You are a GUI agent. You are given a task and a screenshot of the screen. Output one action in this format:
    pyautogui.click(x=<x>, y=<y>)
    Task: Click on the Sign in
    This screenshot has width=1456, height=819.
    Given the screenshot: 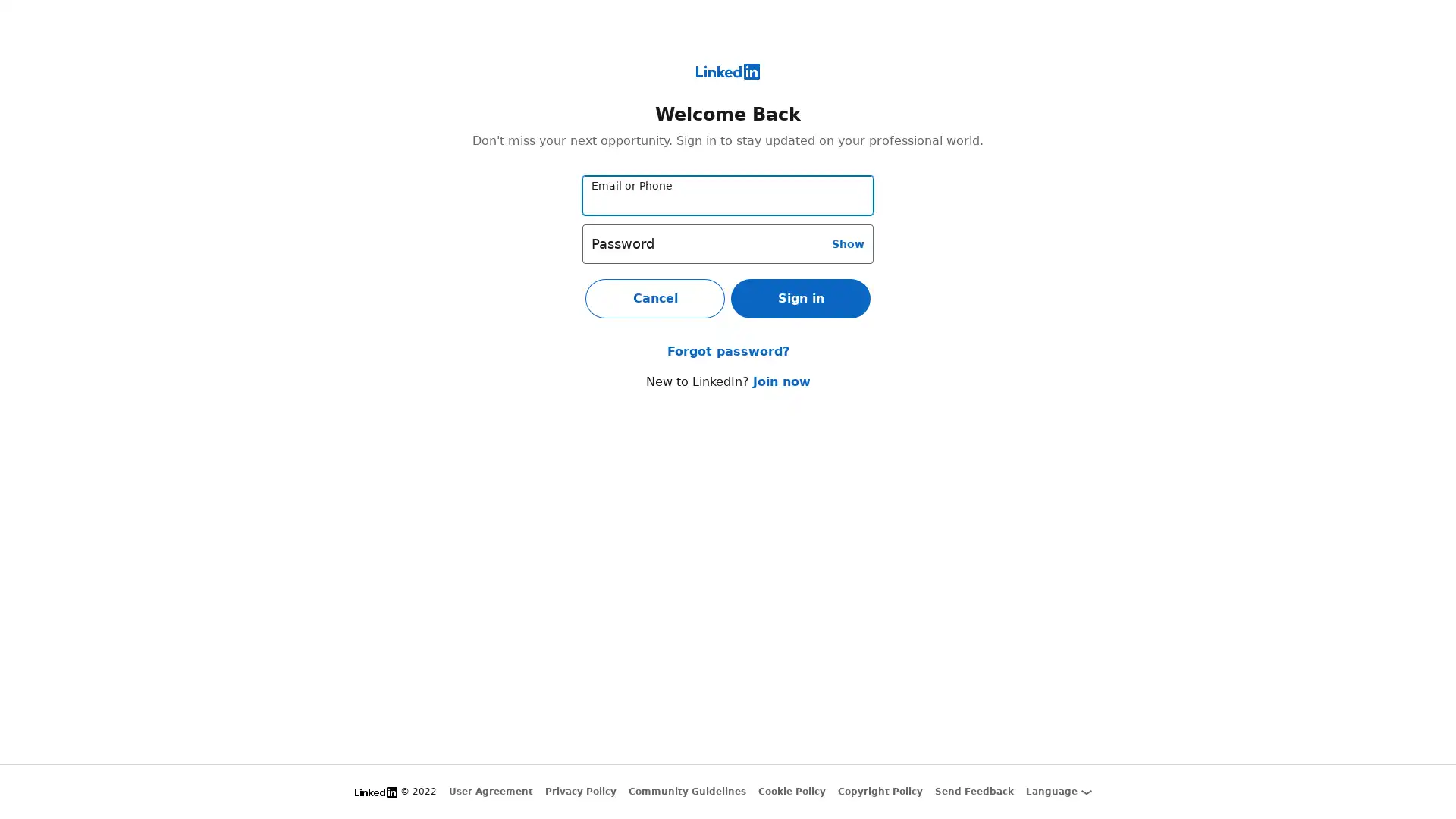 What is the action you would take?
    pyautogui.click(x=800, y=298)
    